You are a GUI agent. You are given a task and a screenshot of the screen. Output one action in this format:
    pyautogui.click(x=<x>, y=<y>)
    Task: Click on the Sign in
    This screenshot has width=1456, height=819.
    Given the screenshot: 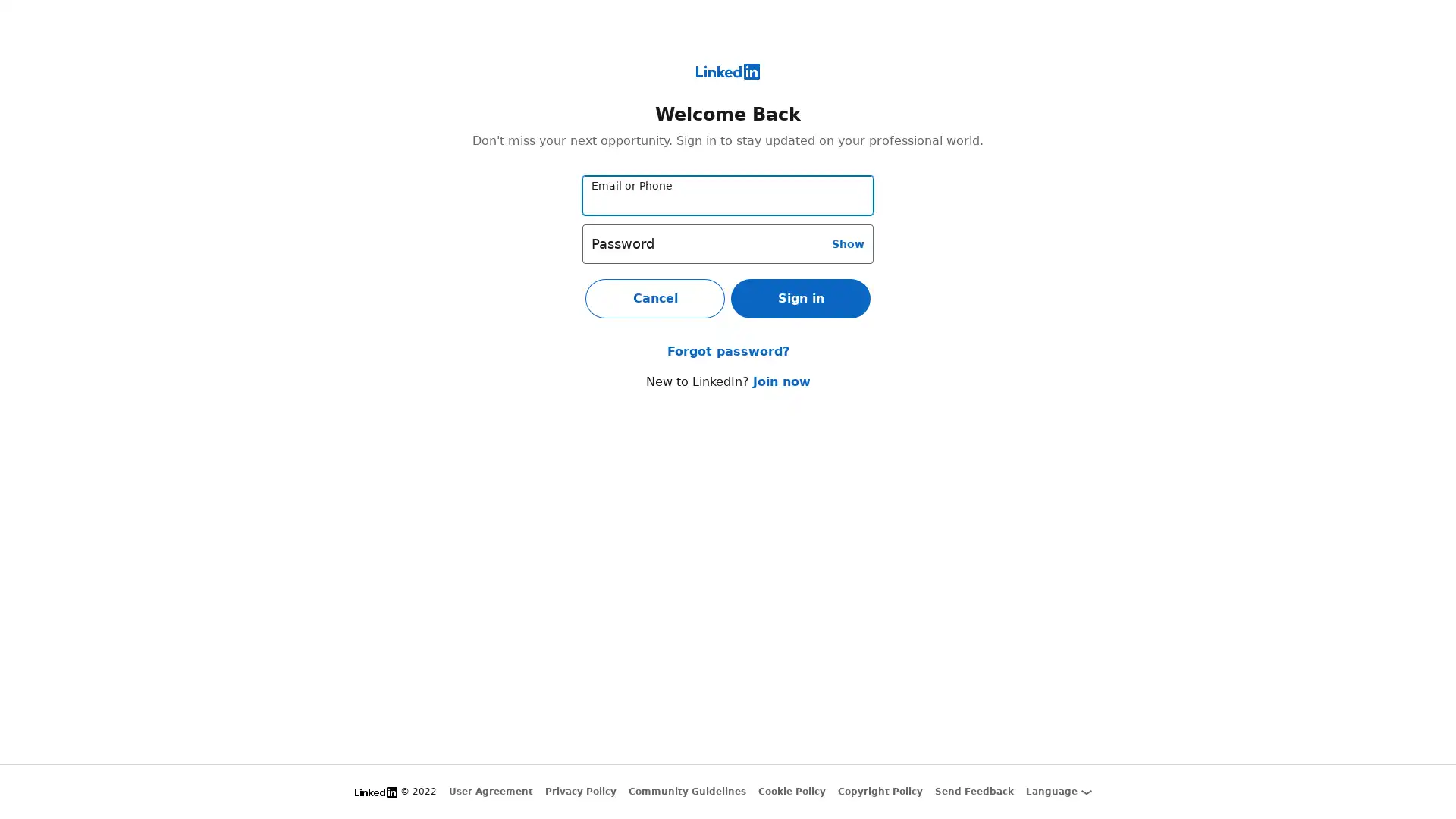 What is the action you would take?
    pyautogui.click(x=800, y=298)
    